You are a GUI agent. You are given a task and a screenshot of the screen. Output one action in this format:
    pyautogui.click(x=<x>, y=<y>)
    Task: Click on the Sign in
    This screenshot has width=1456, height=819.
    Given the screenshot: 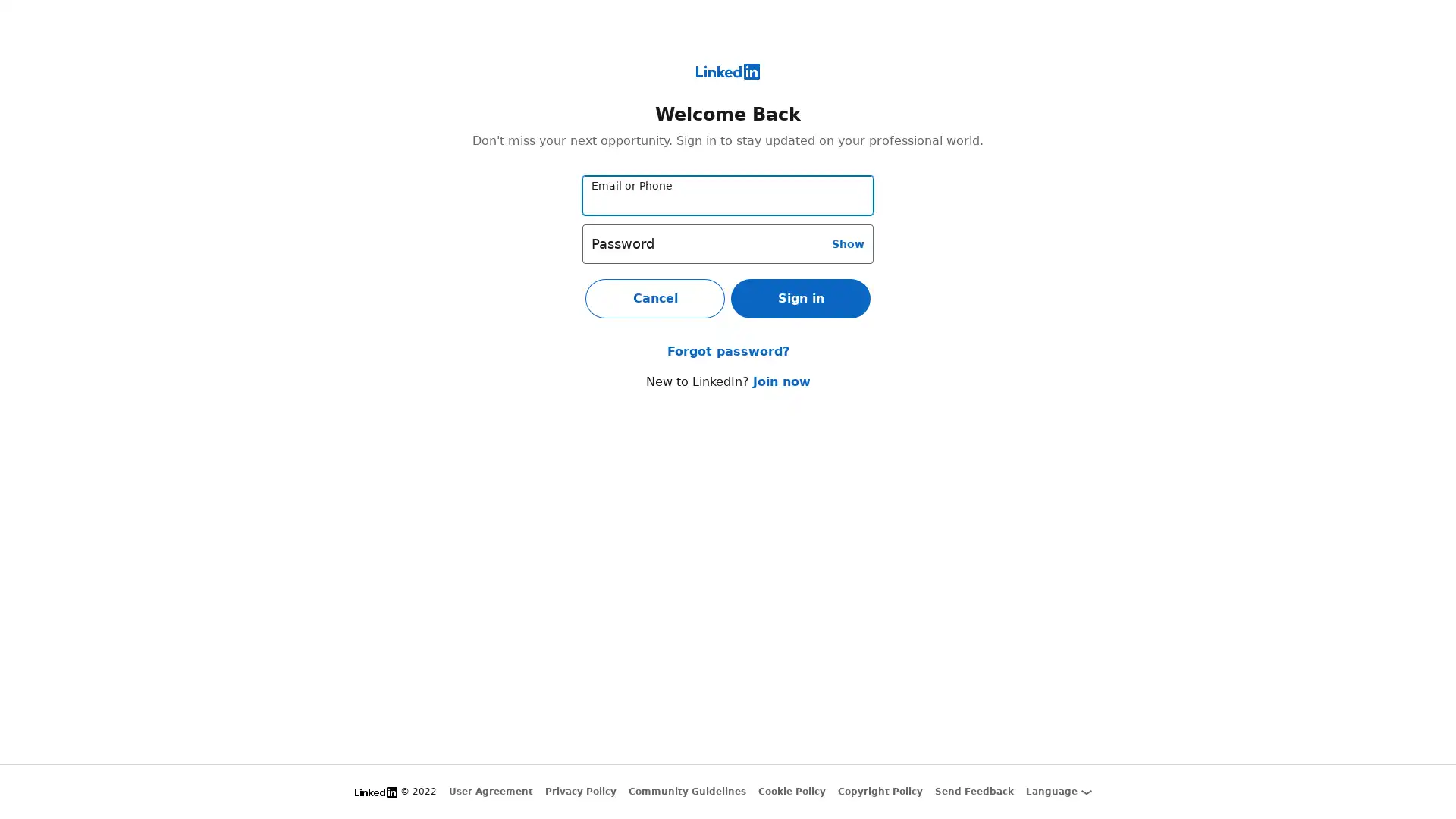 What is the action you would take?
    pyautogui.click(x=800, y=298)
    